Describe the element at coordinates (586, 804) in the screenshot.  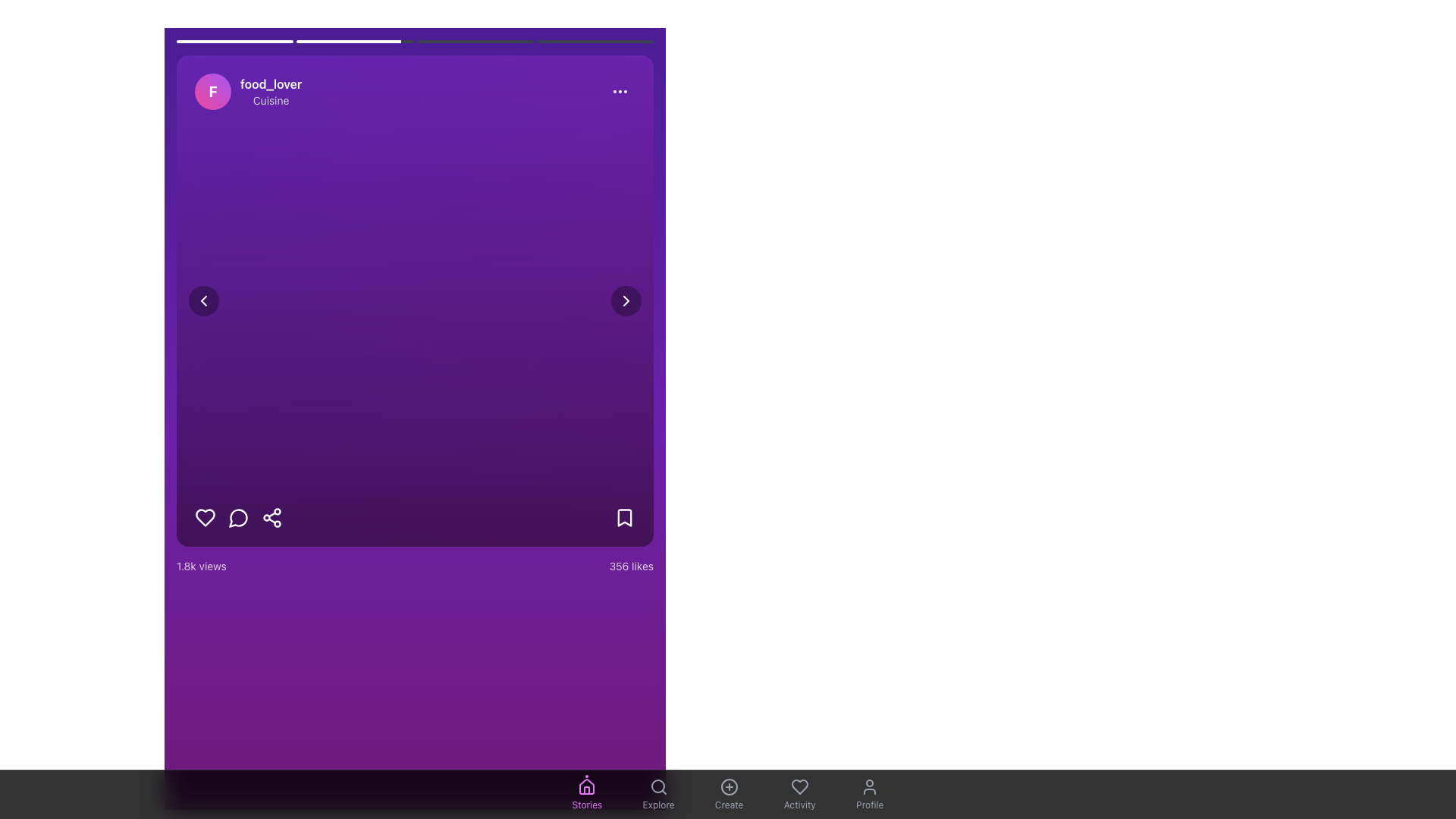
I see `the 'Stories' text label, which is styled in fuchsia and positioned centrally below the house-shaped icon in the bottom navigation bar` at that location.